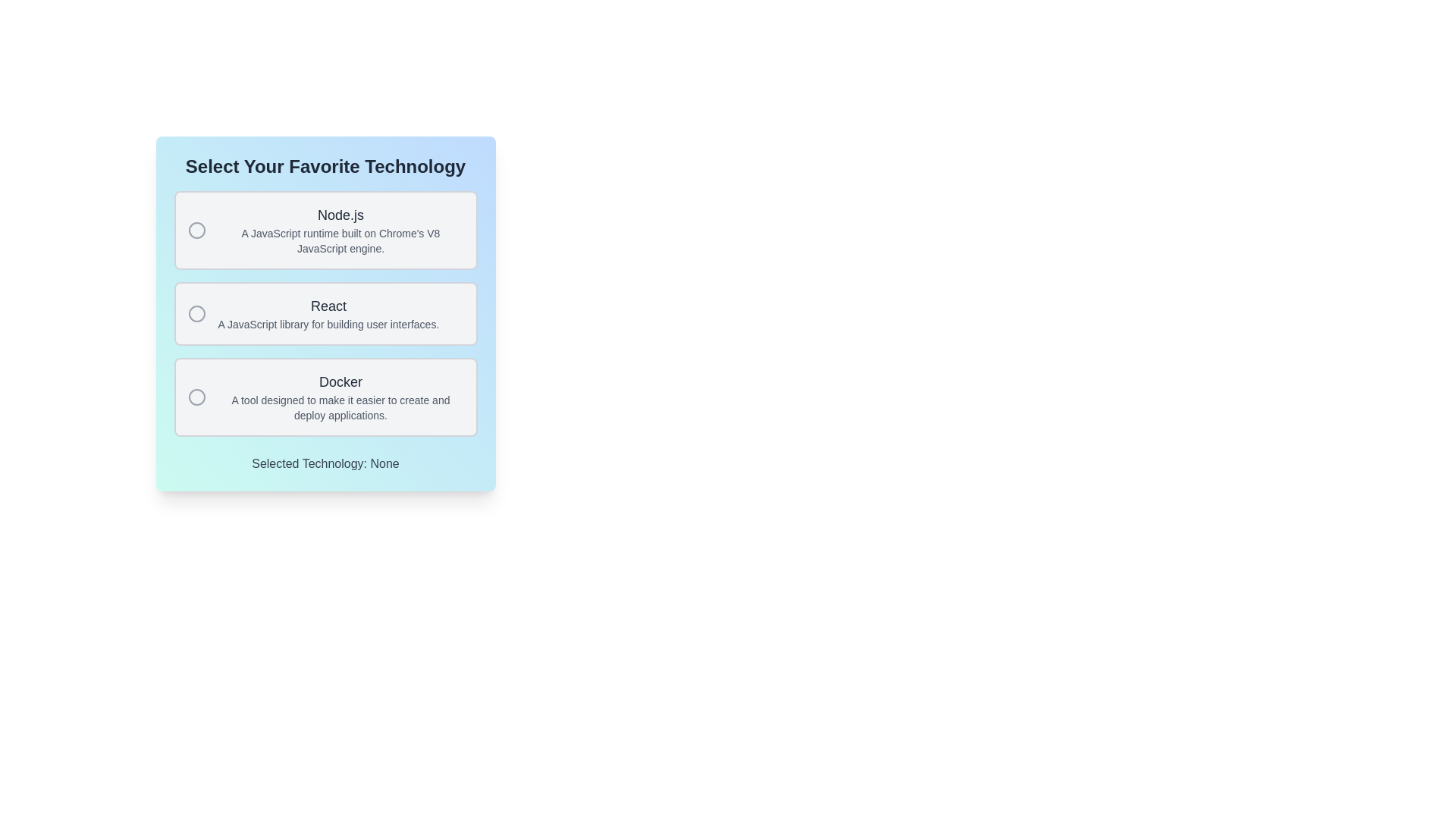  What do you see at coordinates (340, 215) in the screenshot?
I see `the text label that reads 'Node.js', which is styled with a bold font and gray color, located near the top-left of the selection box interface` at bounding box center [340, 215].